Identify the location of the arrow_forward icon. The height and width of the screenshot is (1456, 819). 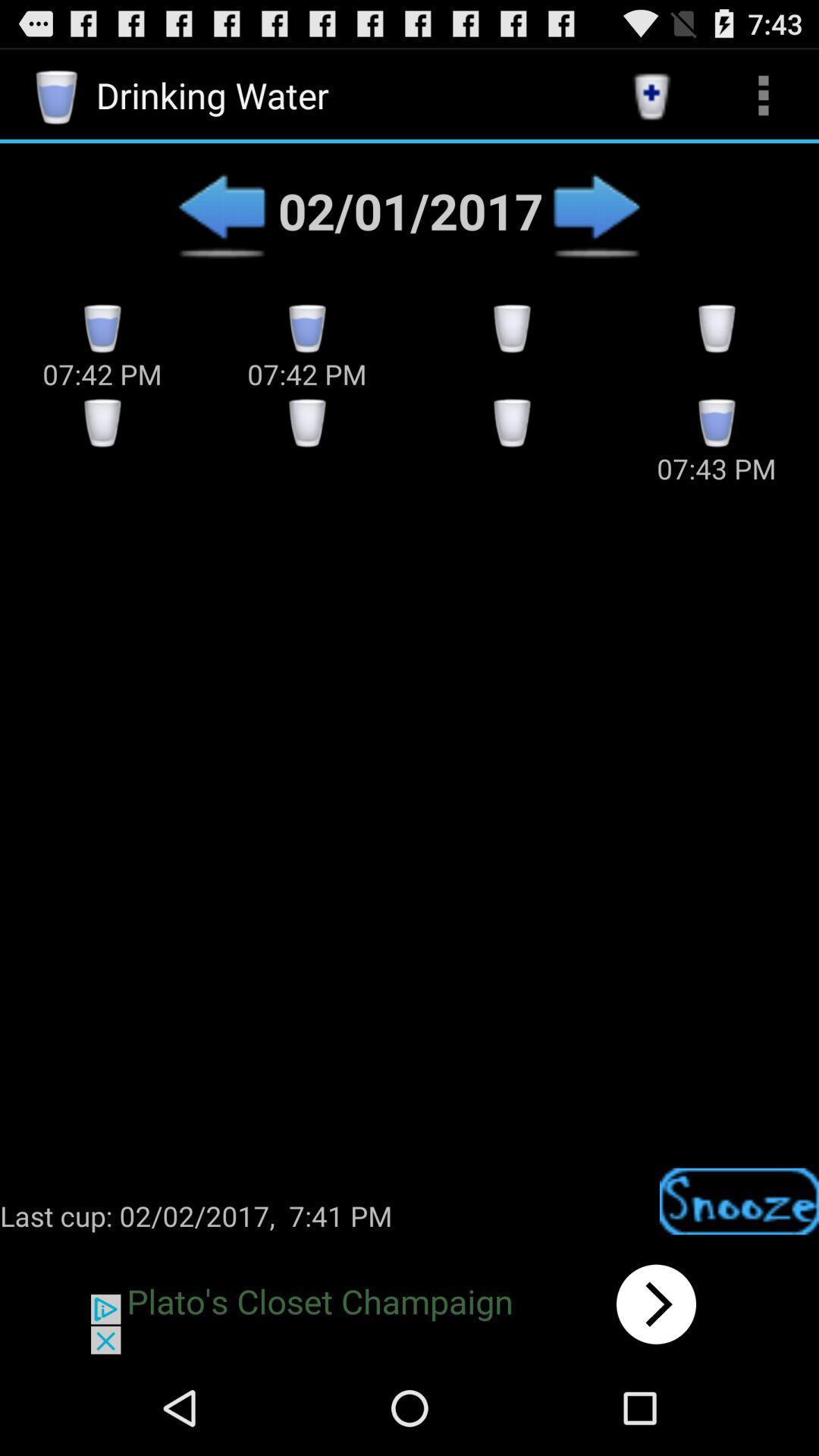
(595, 224).